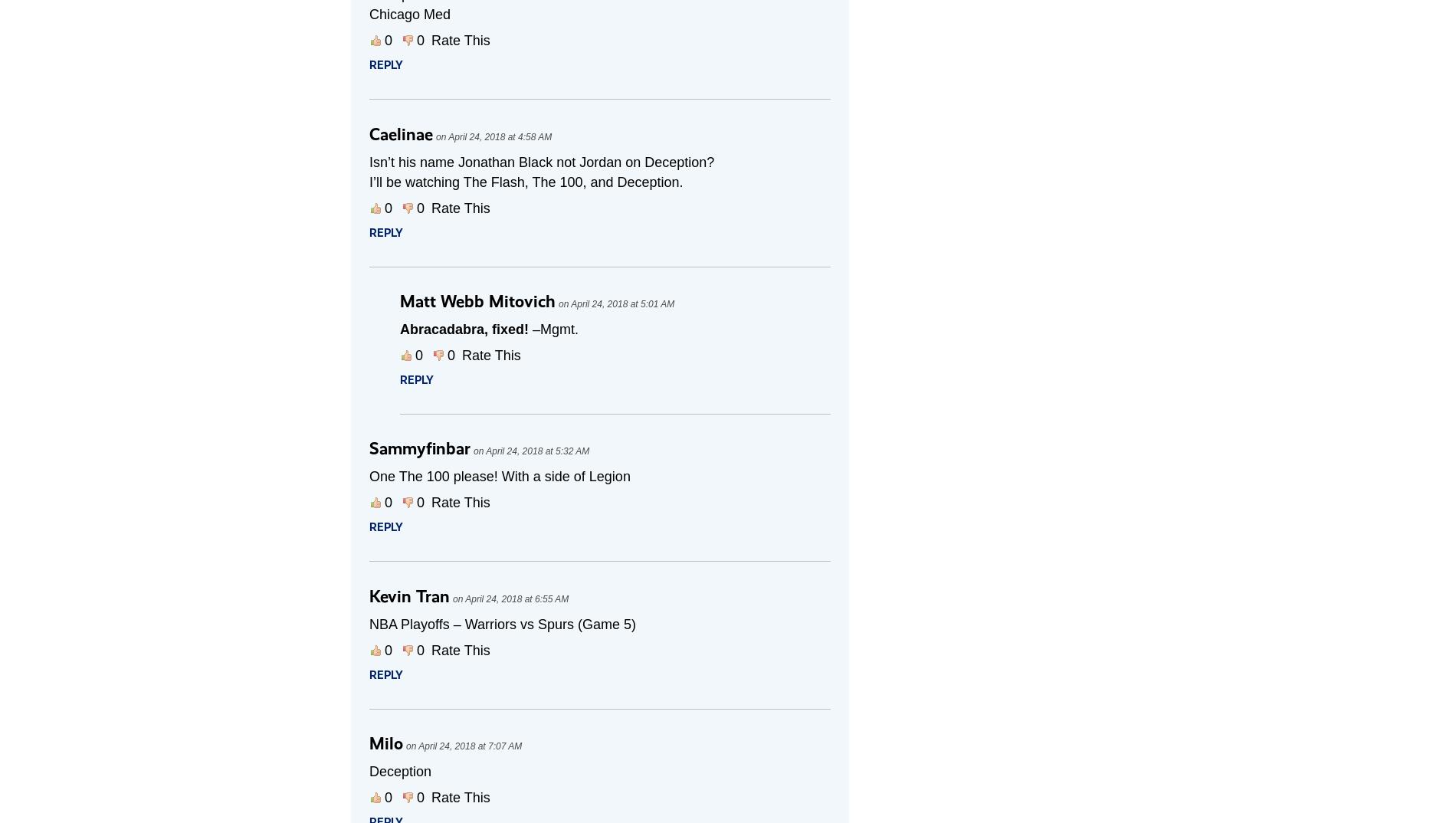 This screenshot has width=1456, height=823. Describe the element at coordinates (448, 137) in the screenshot. I see `'April 24, 2018 at 4:58 AM'` at that location.